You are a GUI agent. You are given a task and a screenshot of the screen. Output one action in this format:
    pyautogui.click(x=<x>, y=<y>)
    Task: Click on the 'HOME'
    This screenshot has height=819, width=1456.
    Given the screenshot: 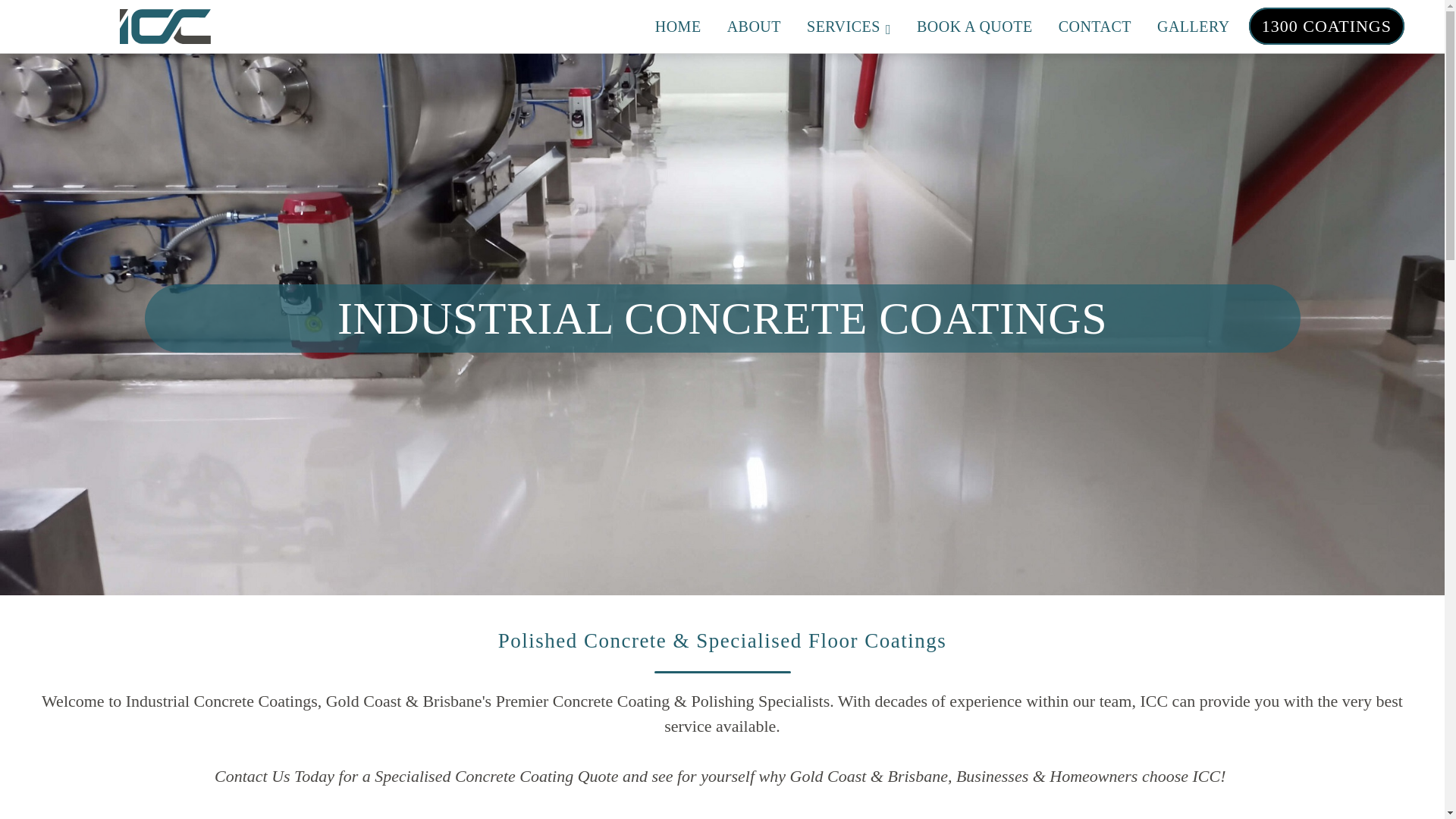 What is the action you would take?
    pyautogui.click(x=677, y=26)
    